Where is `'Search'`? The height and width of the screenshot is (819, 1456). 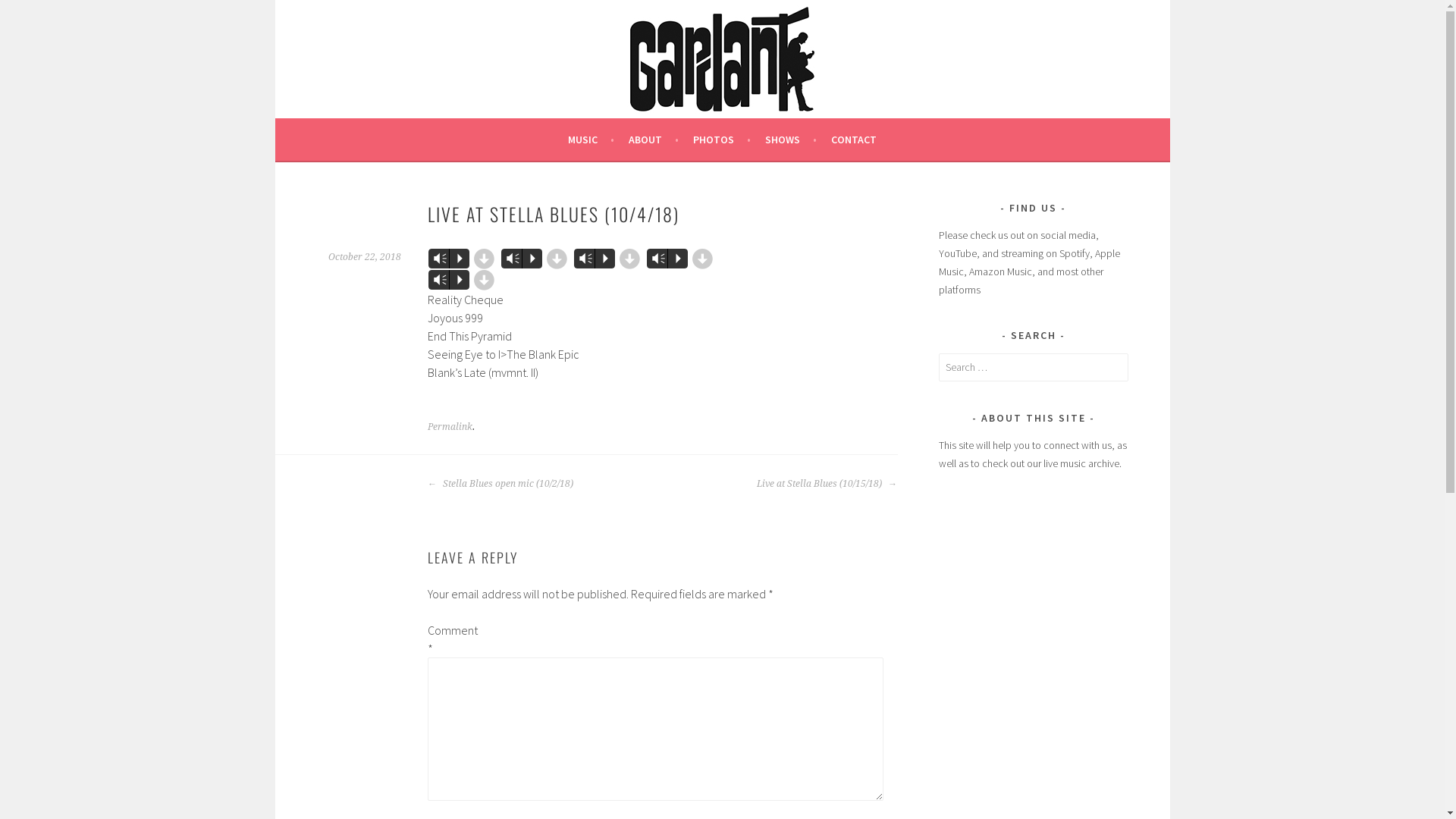 'Search' is located at coordinates (0, 14).